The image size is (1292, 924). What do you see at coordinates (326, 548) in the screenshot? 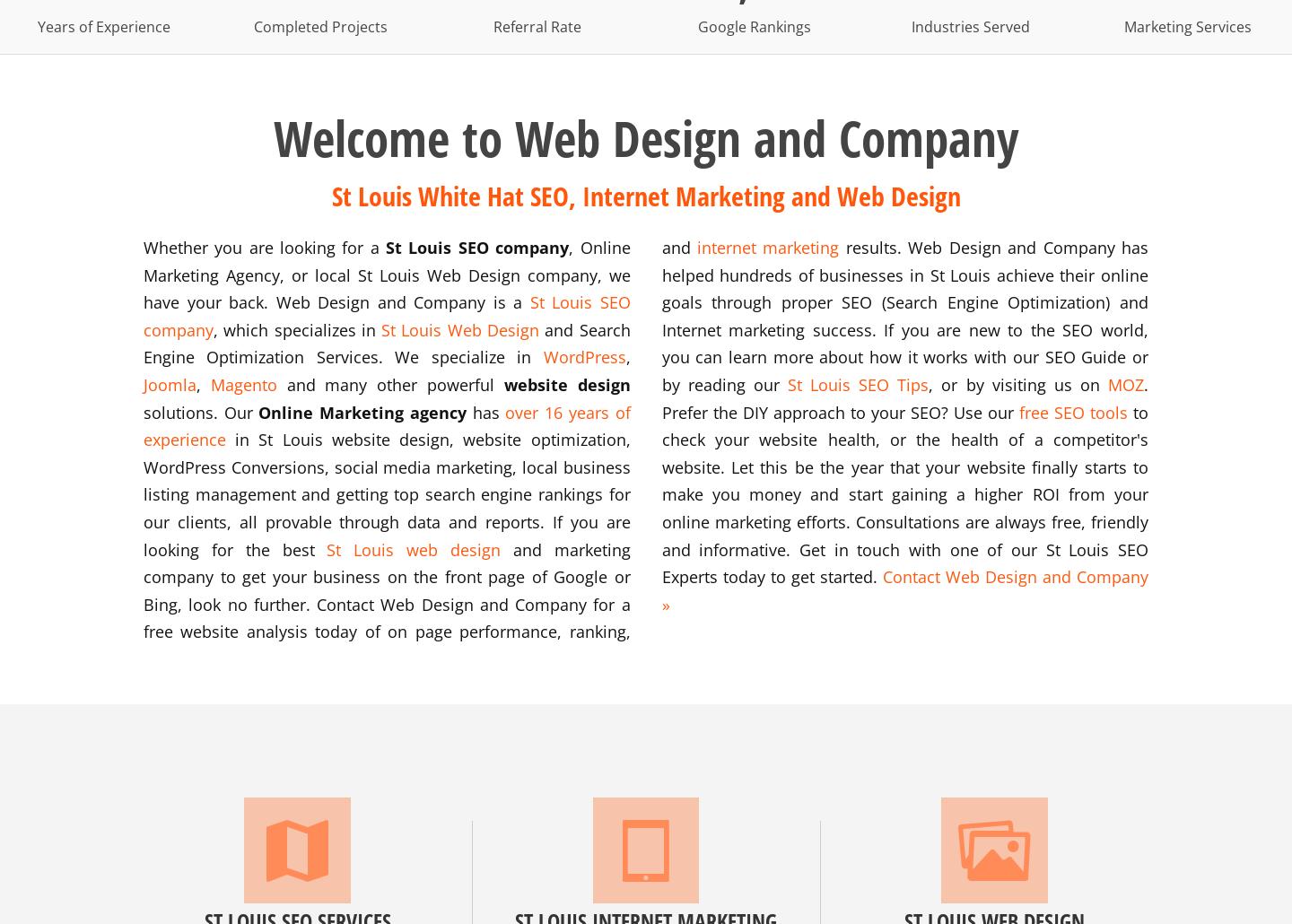
I see `'St Louis web design'` at bounding box center [326, 548].